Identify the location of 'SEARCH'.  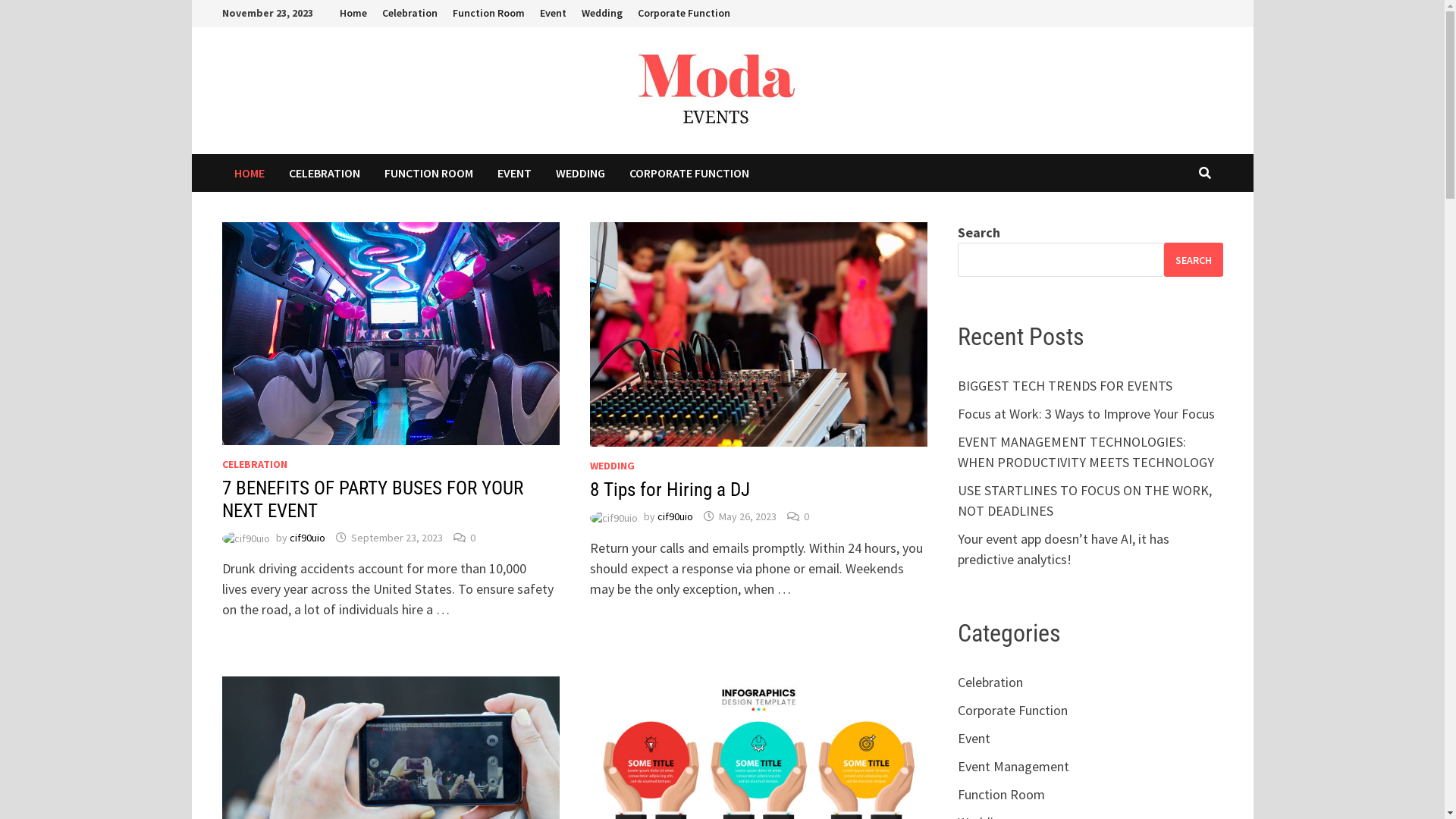
(1192, 259).